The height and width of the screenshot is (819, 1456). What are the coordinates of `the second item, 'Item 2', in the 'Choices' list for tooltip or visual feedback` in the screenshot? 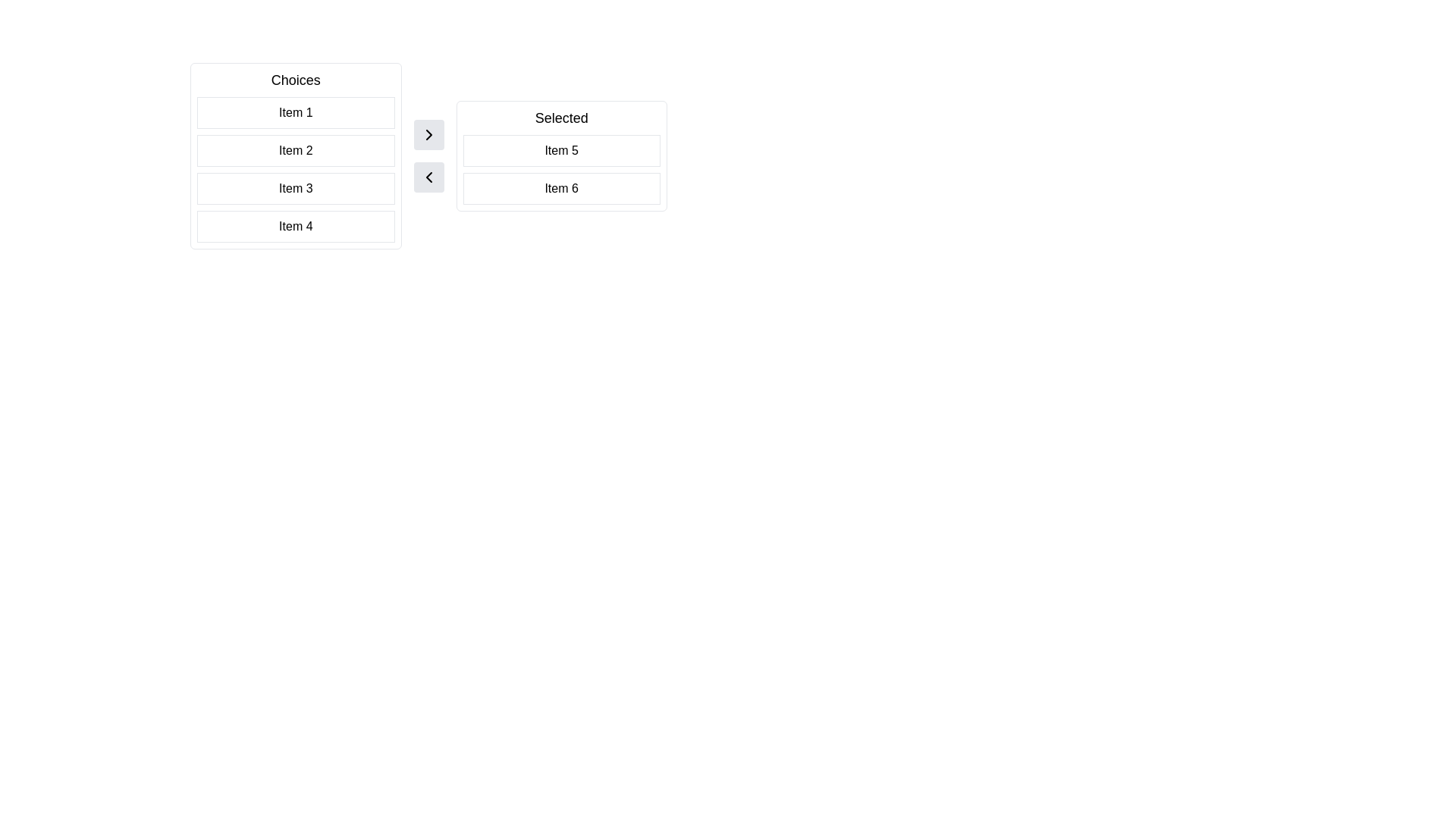 It's located at (296, 155).